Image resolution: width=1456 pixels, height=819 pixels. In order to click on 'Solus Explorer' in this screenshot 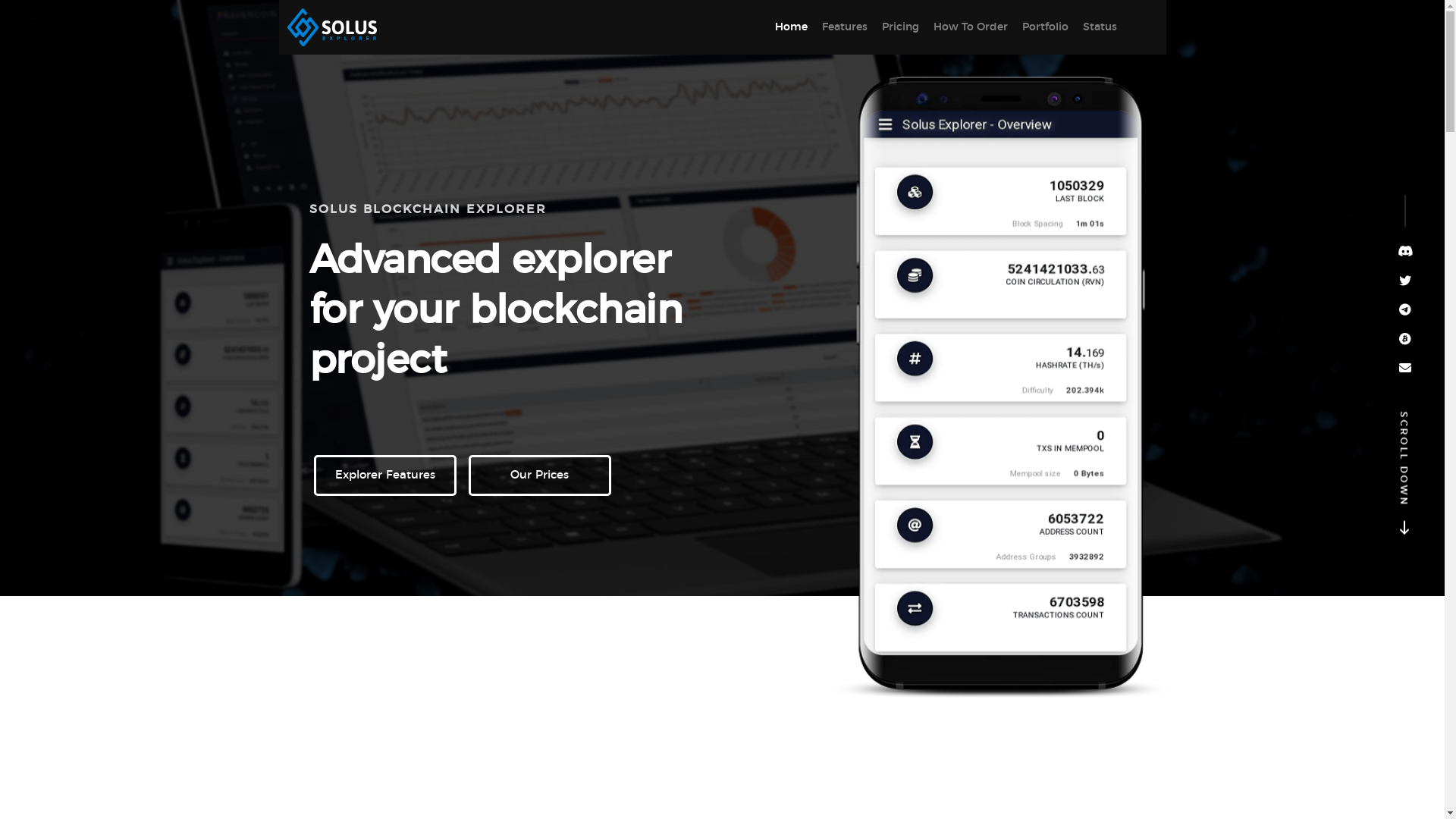, I will do `click(334, 27)`.